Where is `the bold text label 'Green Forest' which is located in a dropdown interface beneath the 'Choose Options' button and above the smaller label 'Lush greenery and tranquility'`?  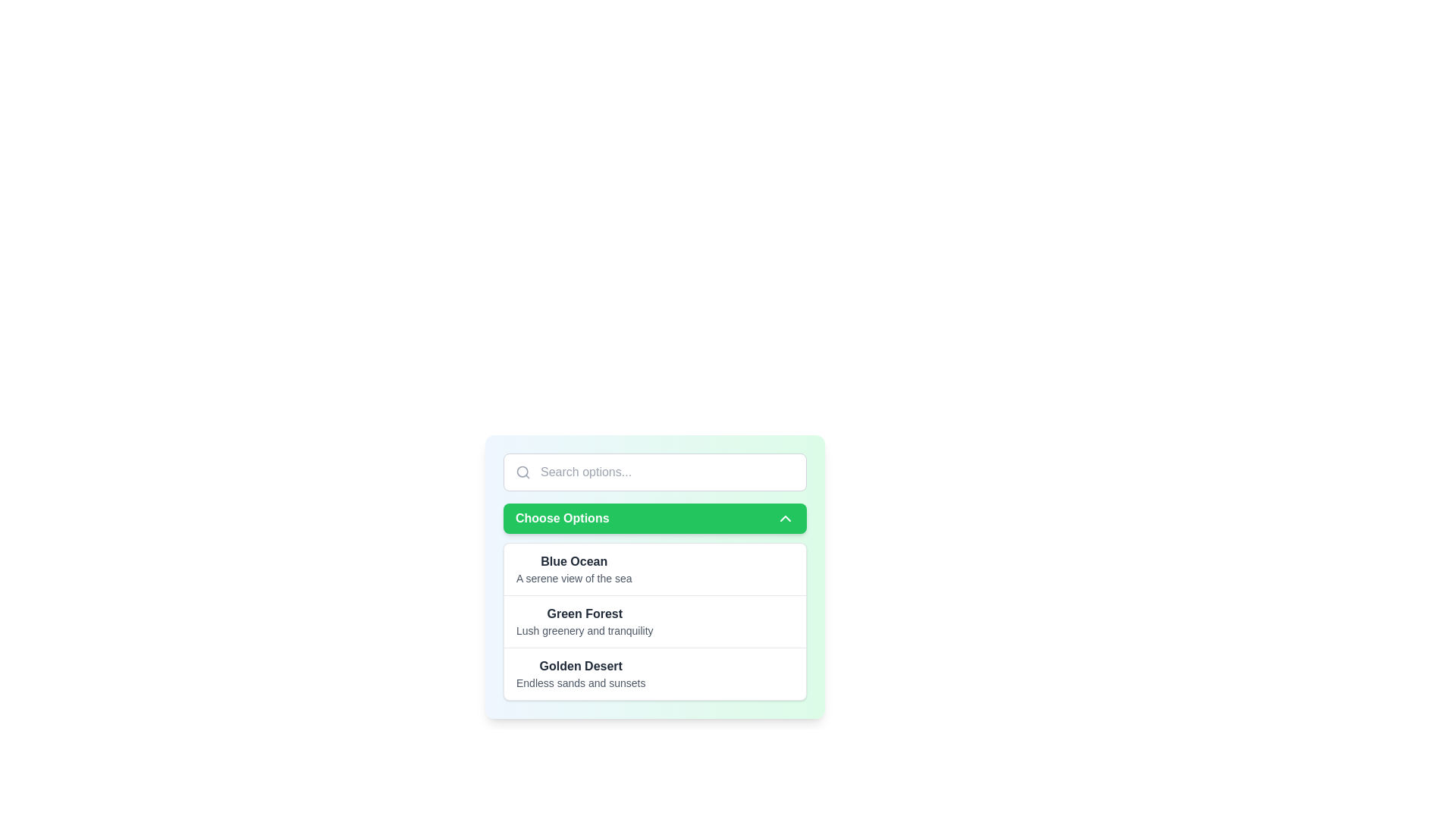
the bold text label 'Green Forest' which is located in a dropdown interface beneath the 'Choose Options' button and above the smaller label 'Lush greenery and tranquility' is located at coordinates (584, 614).